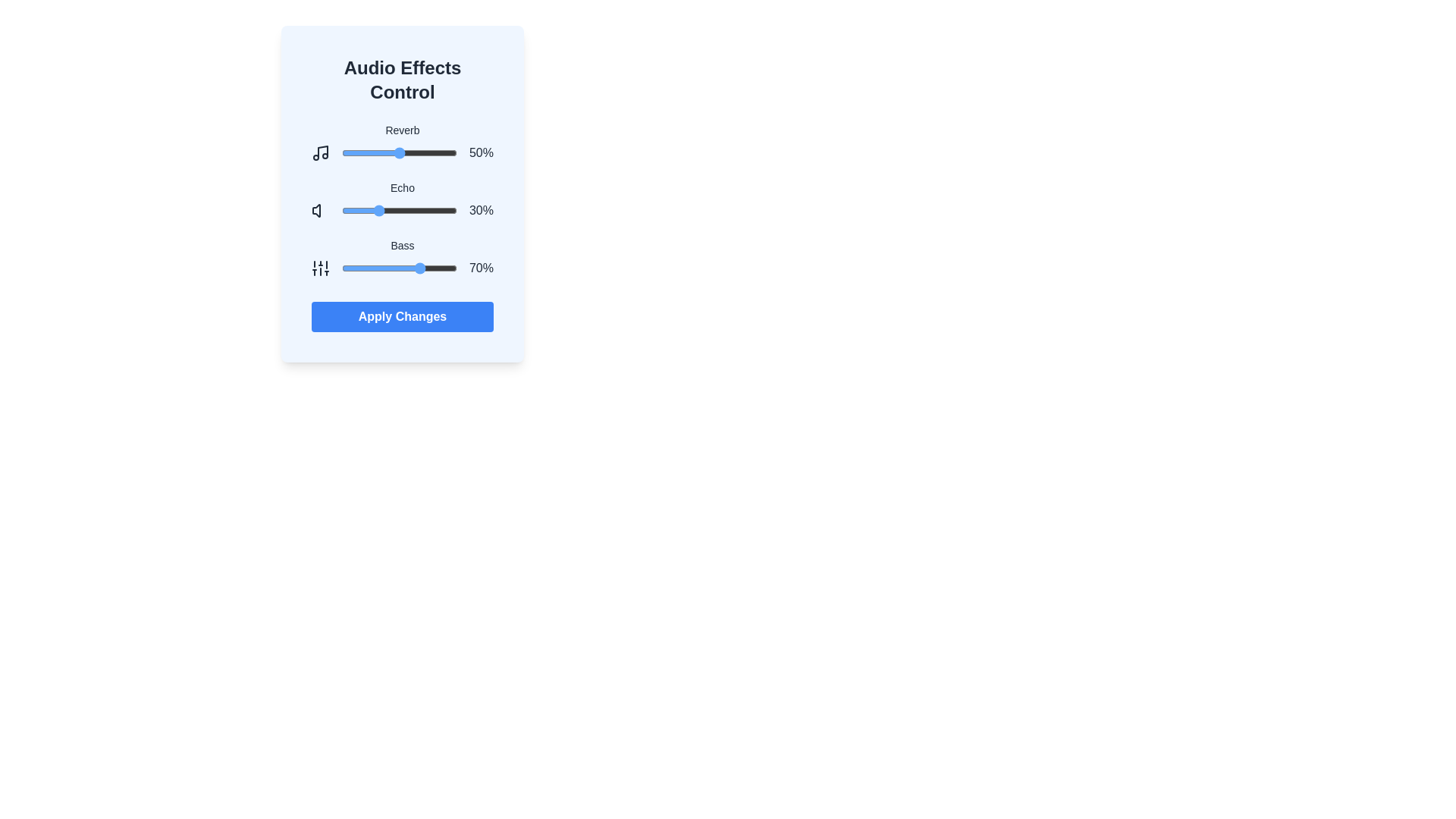  What do you see at coordinates (402, 268) in the screenshot?
I see `bass` at bounding box center [402, 268].